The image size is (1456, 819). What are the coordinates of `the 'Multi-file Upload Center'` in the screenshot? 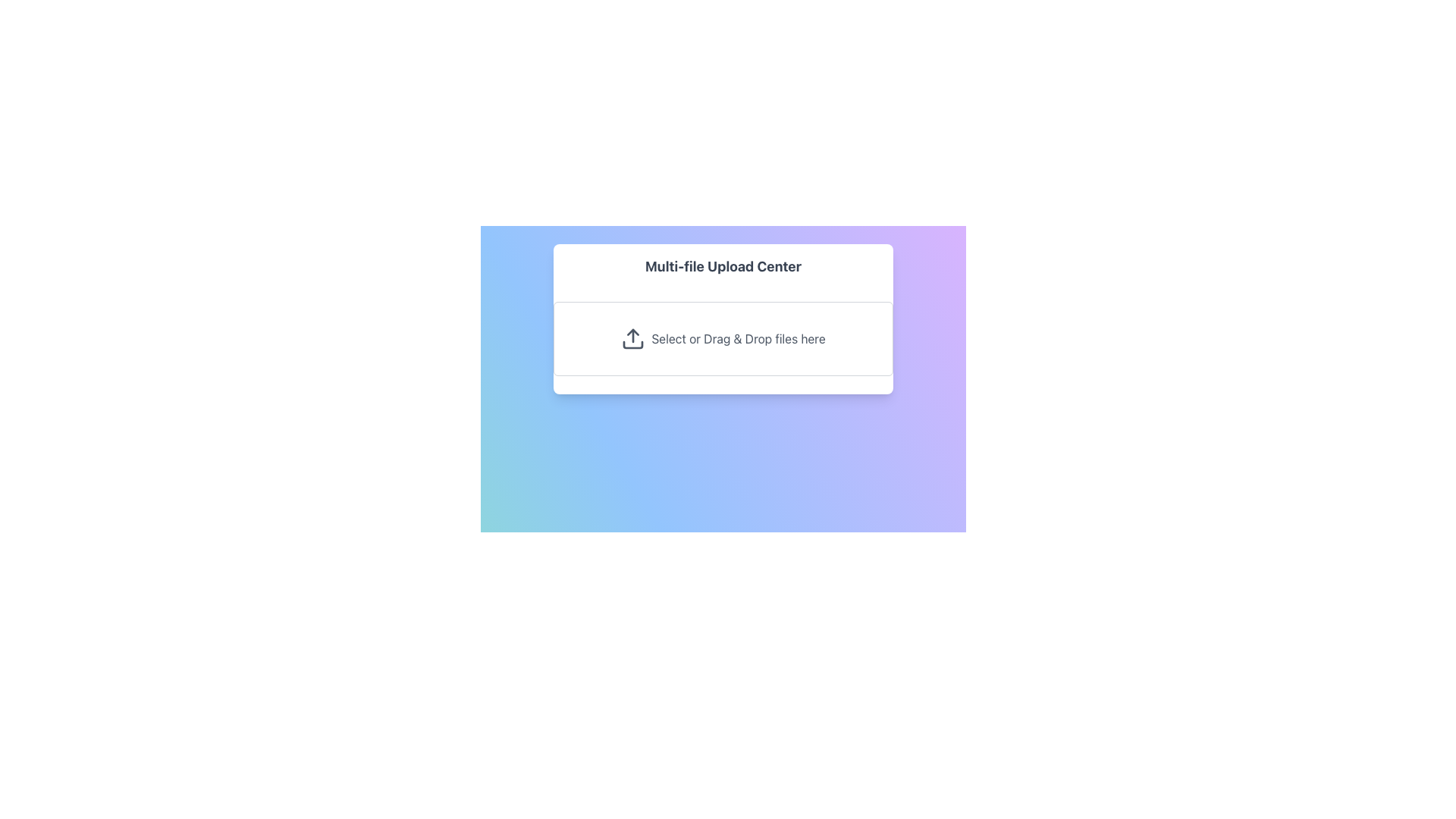 It's located at (723, 318).